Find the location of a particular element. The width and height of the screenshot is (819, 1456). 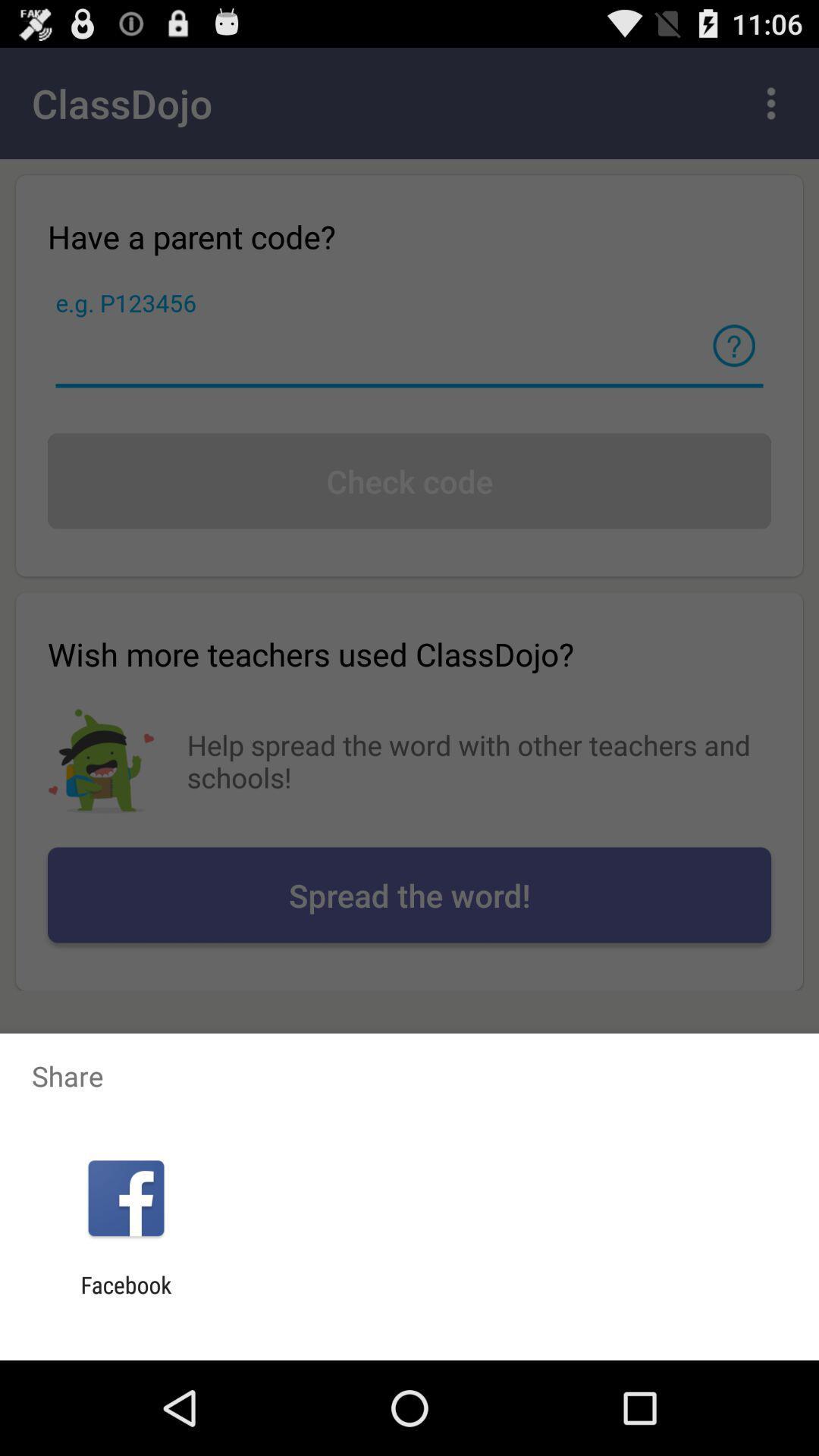

facebook is located at coordinates (125, 1298).